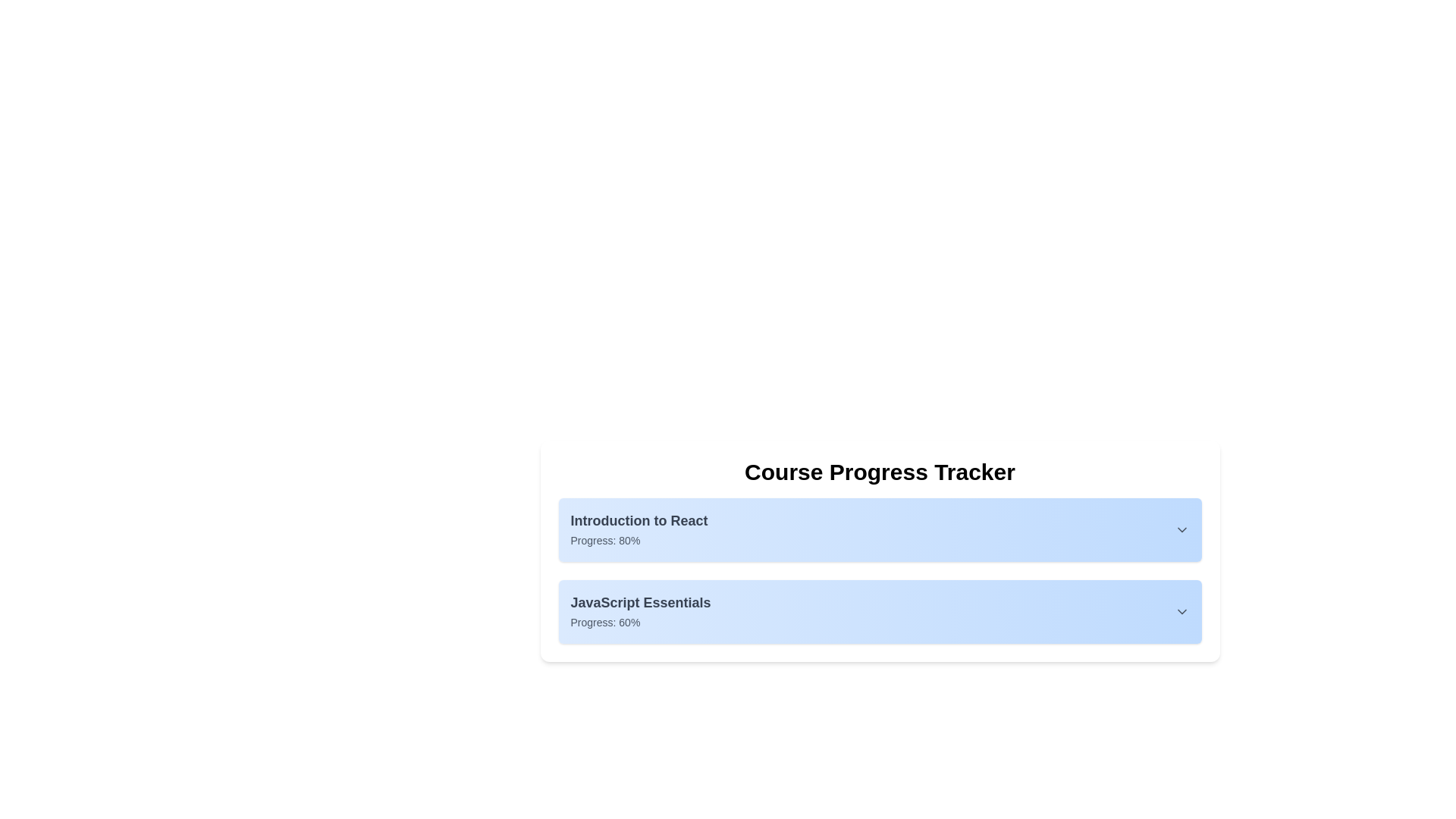 This screenshot has width=1456, height=819. I want to click on the first expandable list item displaying course progress information, so click(880, 529).